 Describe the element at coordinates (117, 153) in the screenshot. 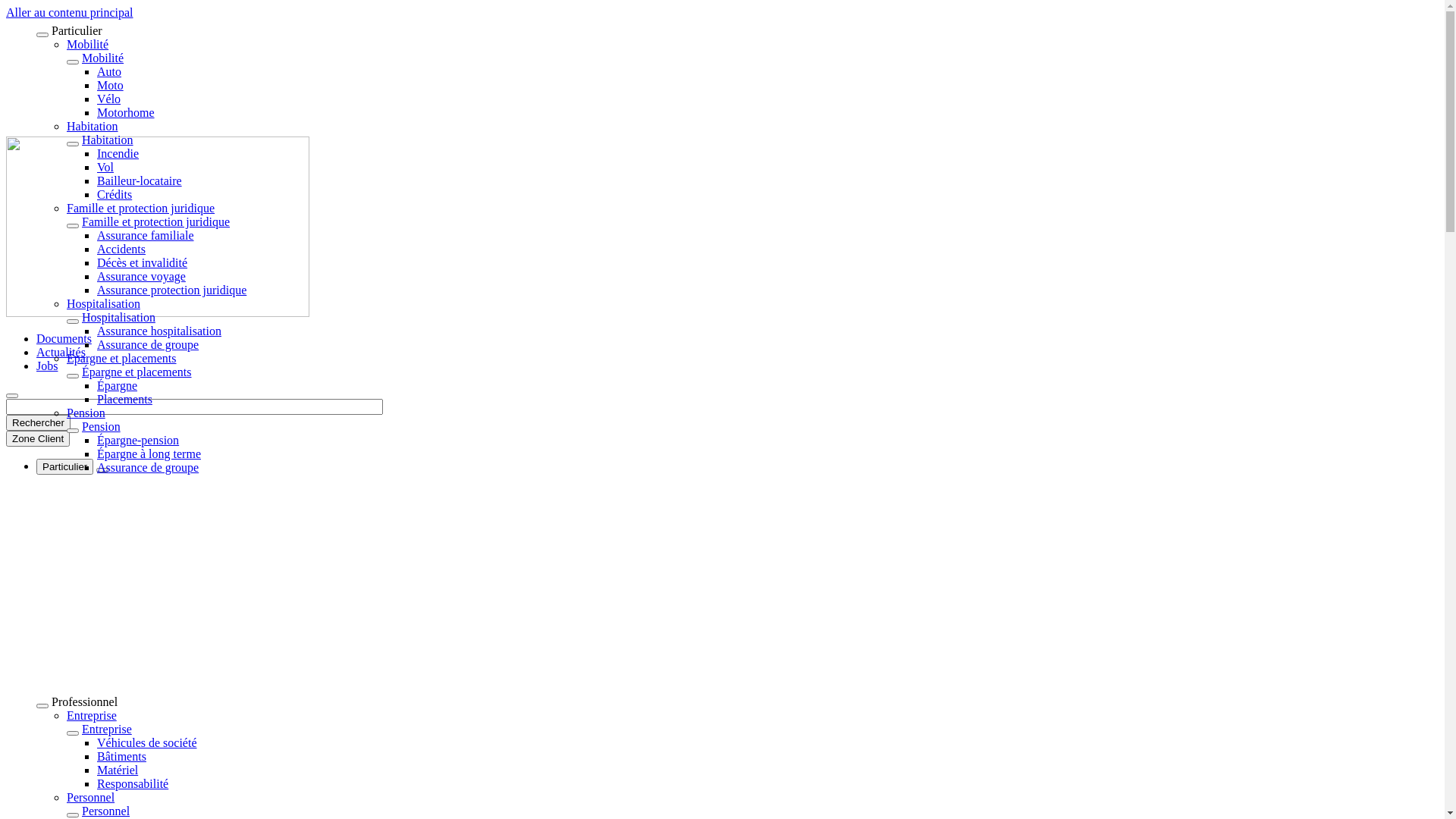

I see `'Incendie'` at that location.